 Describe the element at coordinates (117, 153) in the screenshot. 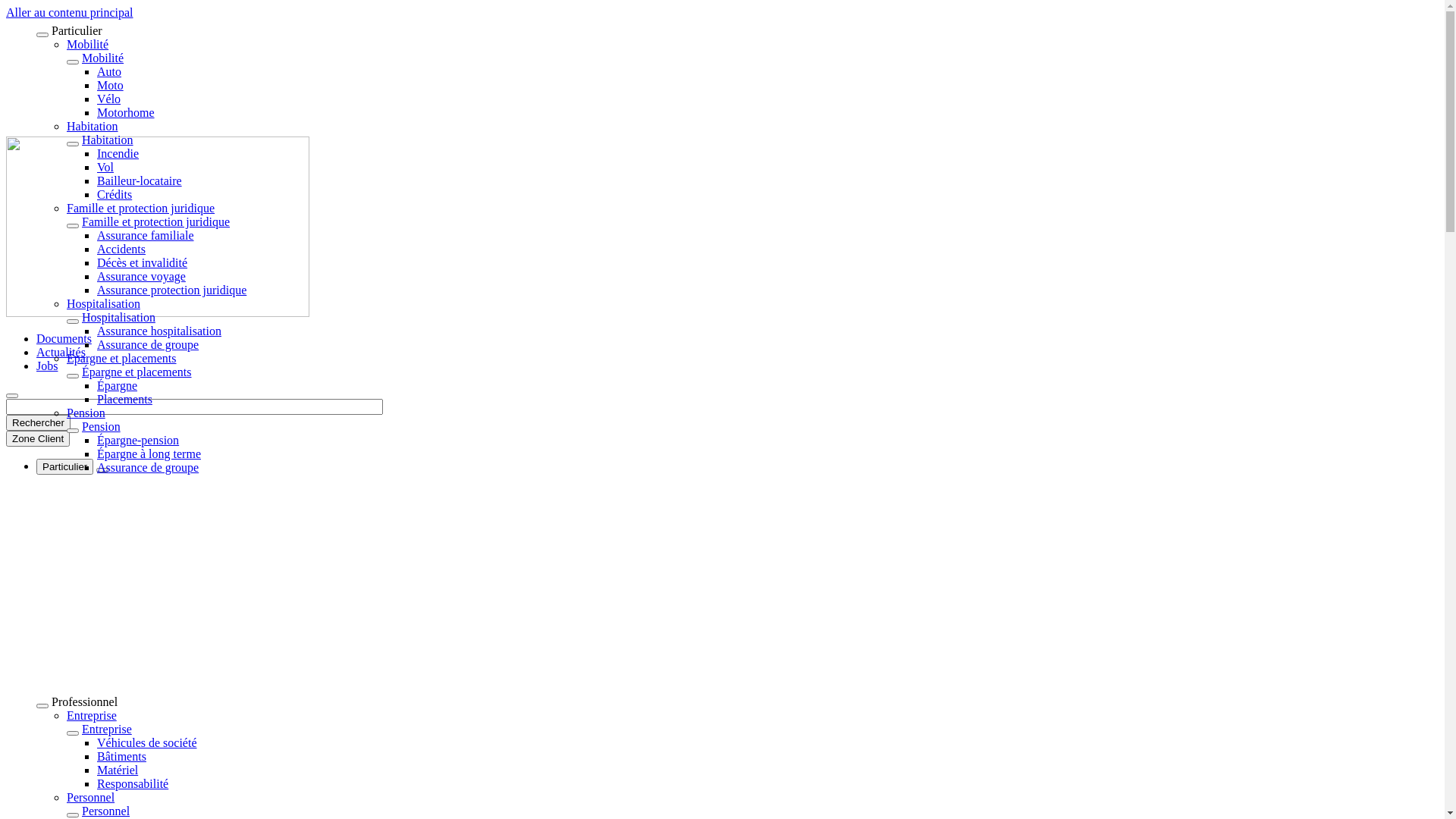

I see `'Incendie'` at that location.